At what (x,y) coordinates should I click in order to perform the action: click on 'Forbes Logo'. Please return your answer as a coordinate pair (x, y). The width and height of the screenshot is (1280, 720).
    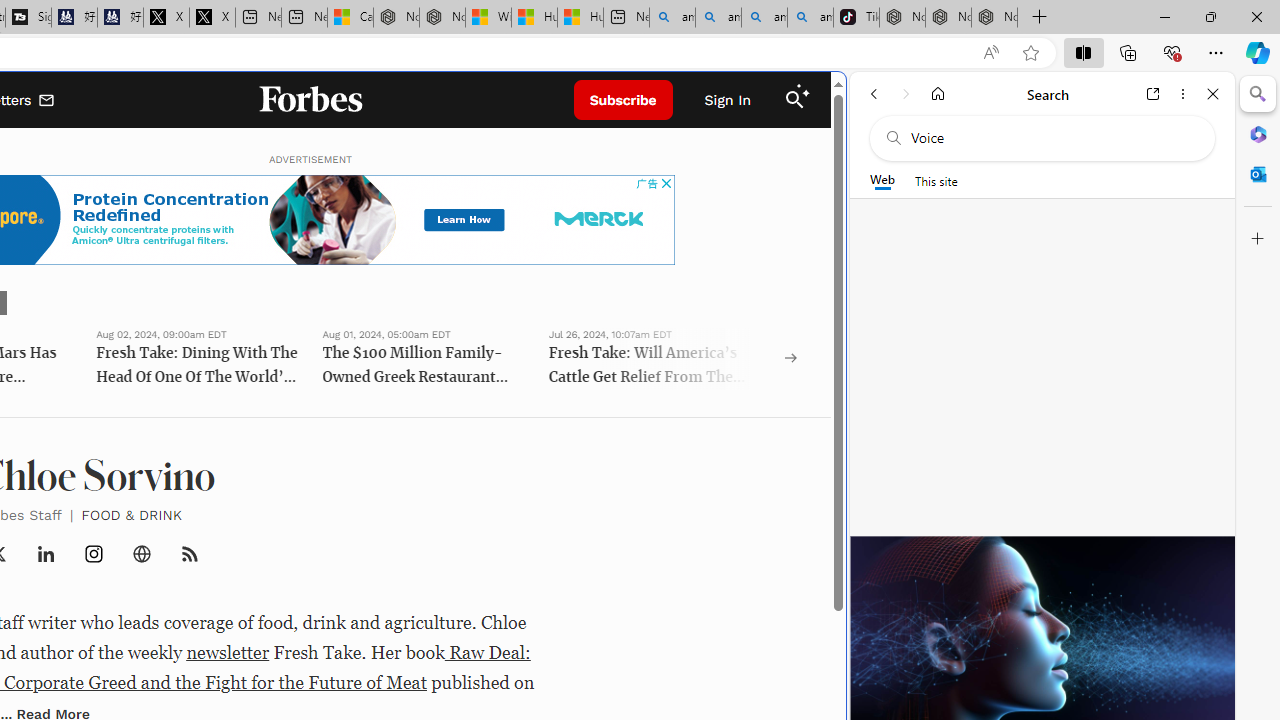
    Looking at the image, I should click on (310, 100).